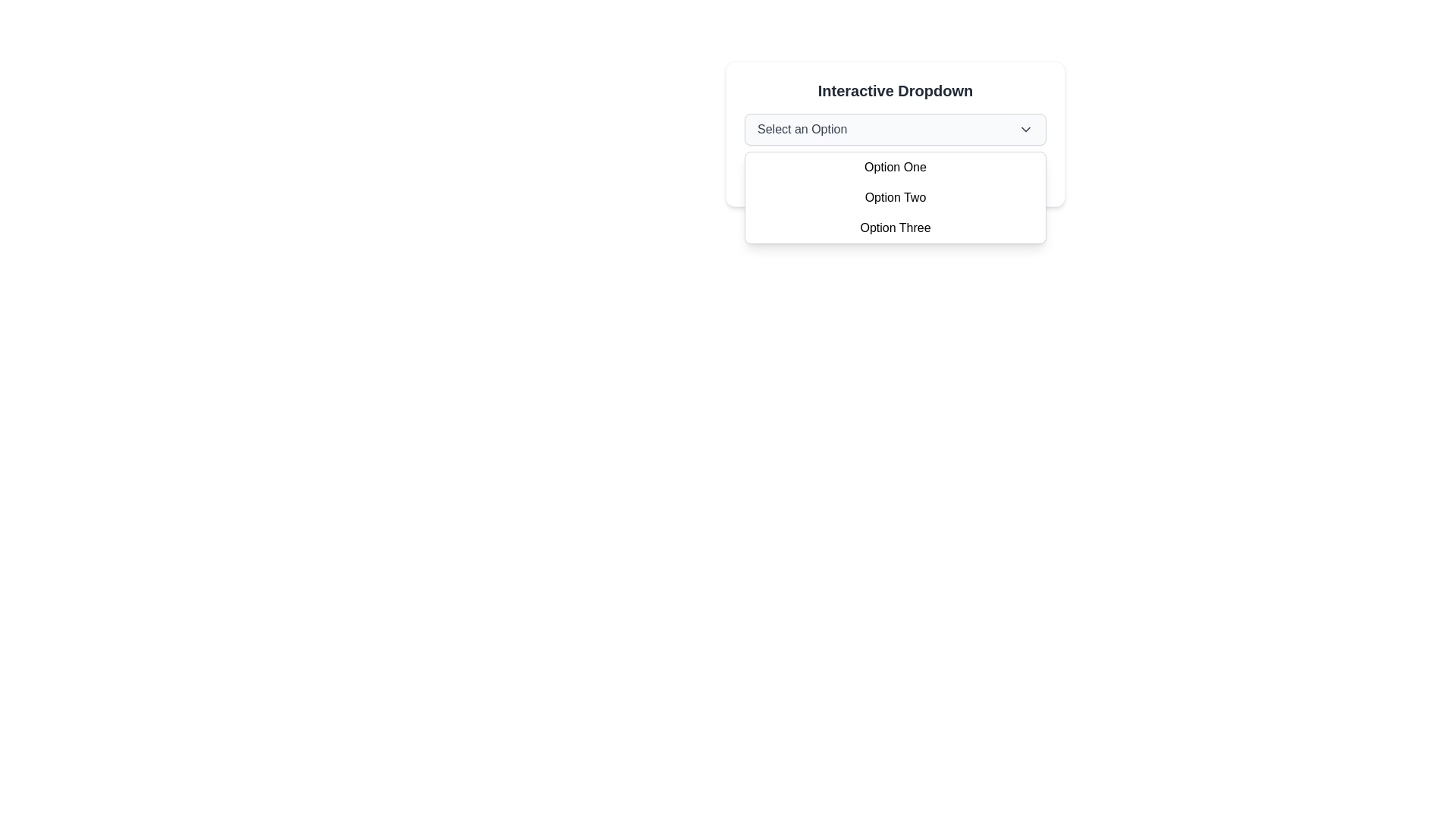 The image size is (1456, 819). Describe the element at coordinates (895, 197) in the screenshot. I see `one of the options in the lightweight dropdown menu located below the 'Select an Option' button, identified by its white background and three stacked options` at that location.